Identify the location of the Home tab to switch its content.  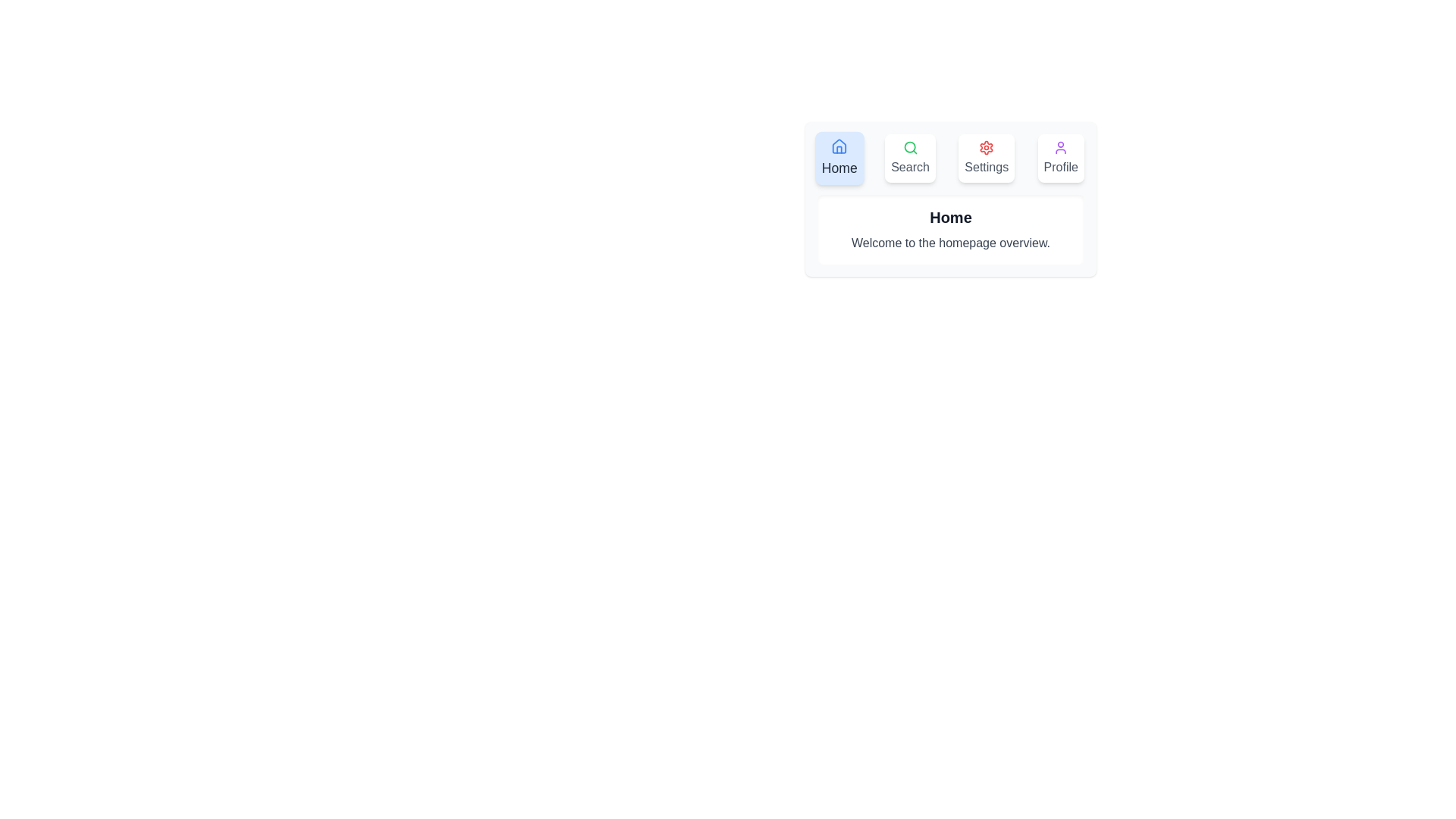
(839, 158).